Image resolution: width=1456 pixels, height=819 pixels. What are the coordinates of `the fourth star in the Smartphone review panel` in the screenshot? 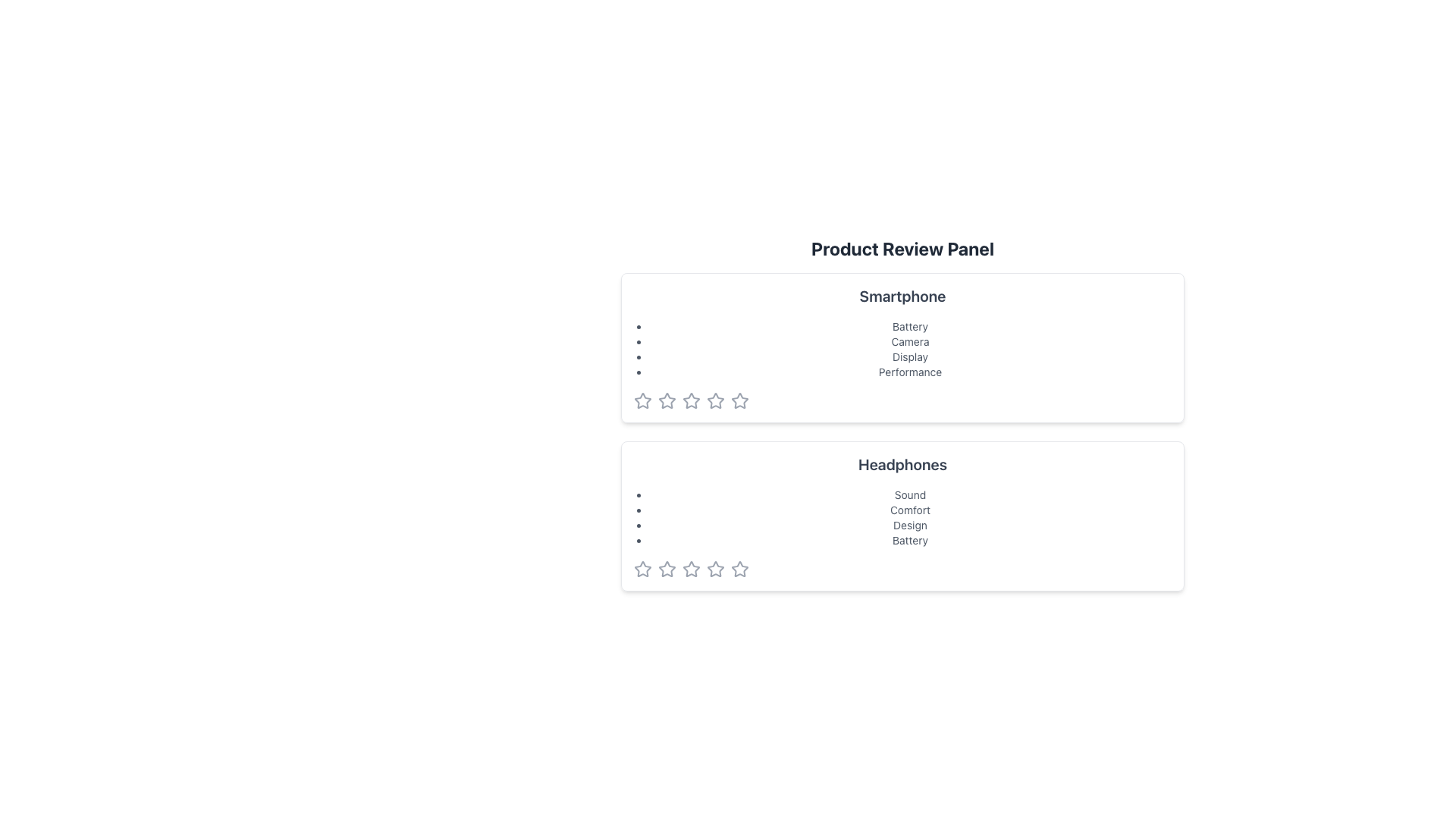 It's located at (739, 400).